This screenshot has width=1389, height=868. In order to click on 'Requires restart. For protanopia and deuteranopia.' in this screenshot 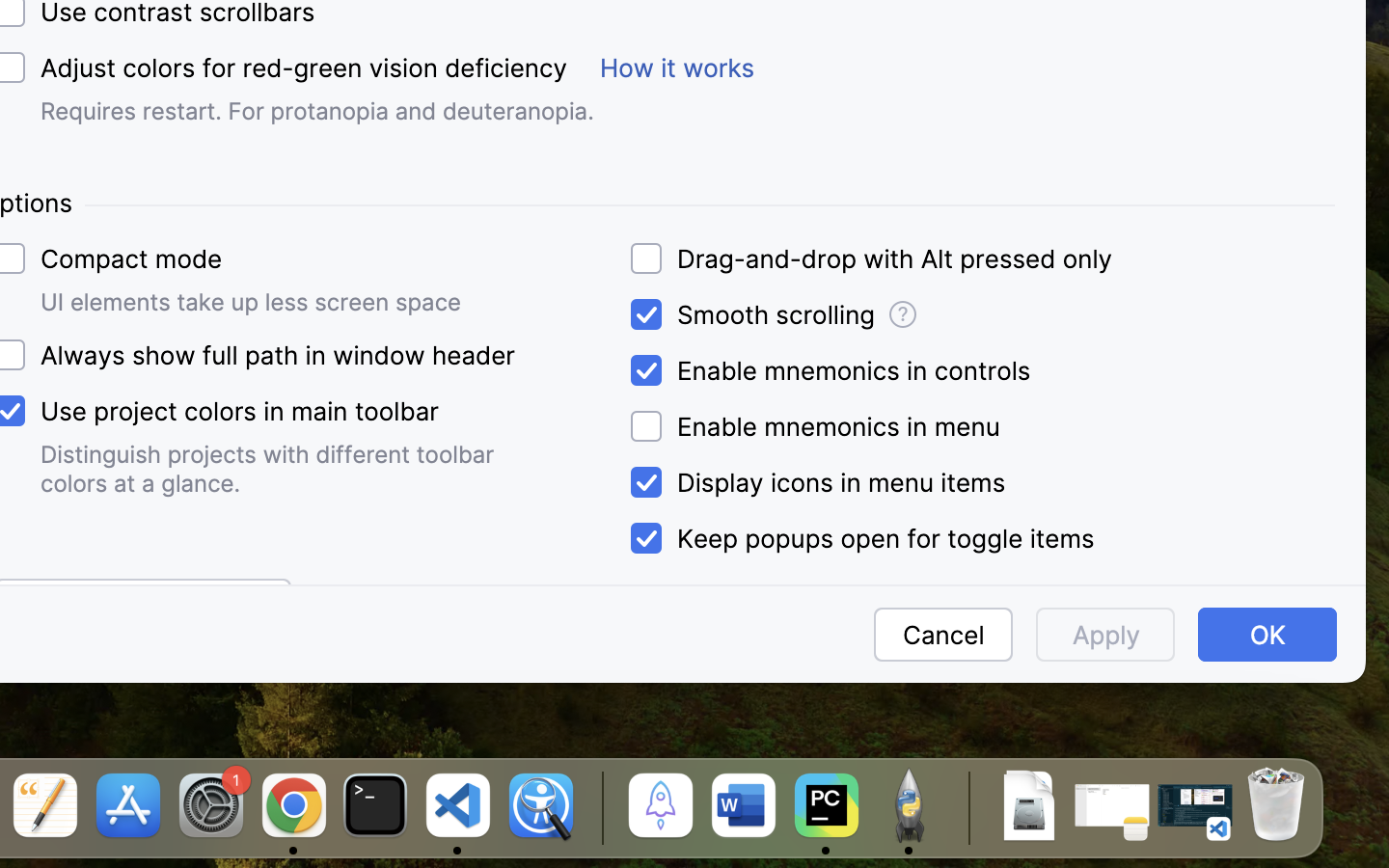, I will do `click(317, 111)`.